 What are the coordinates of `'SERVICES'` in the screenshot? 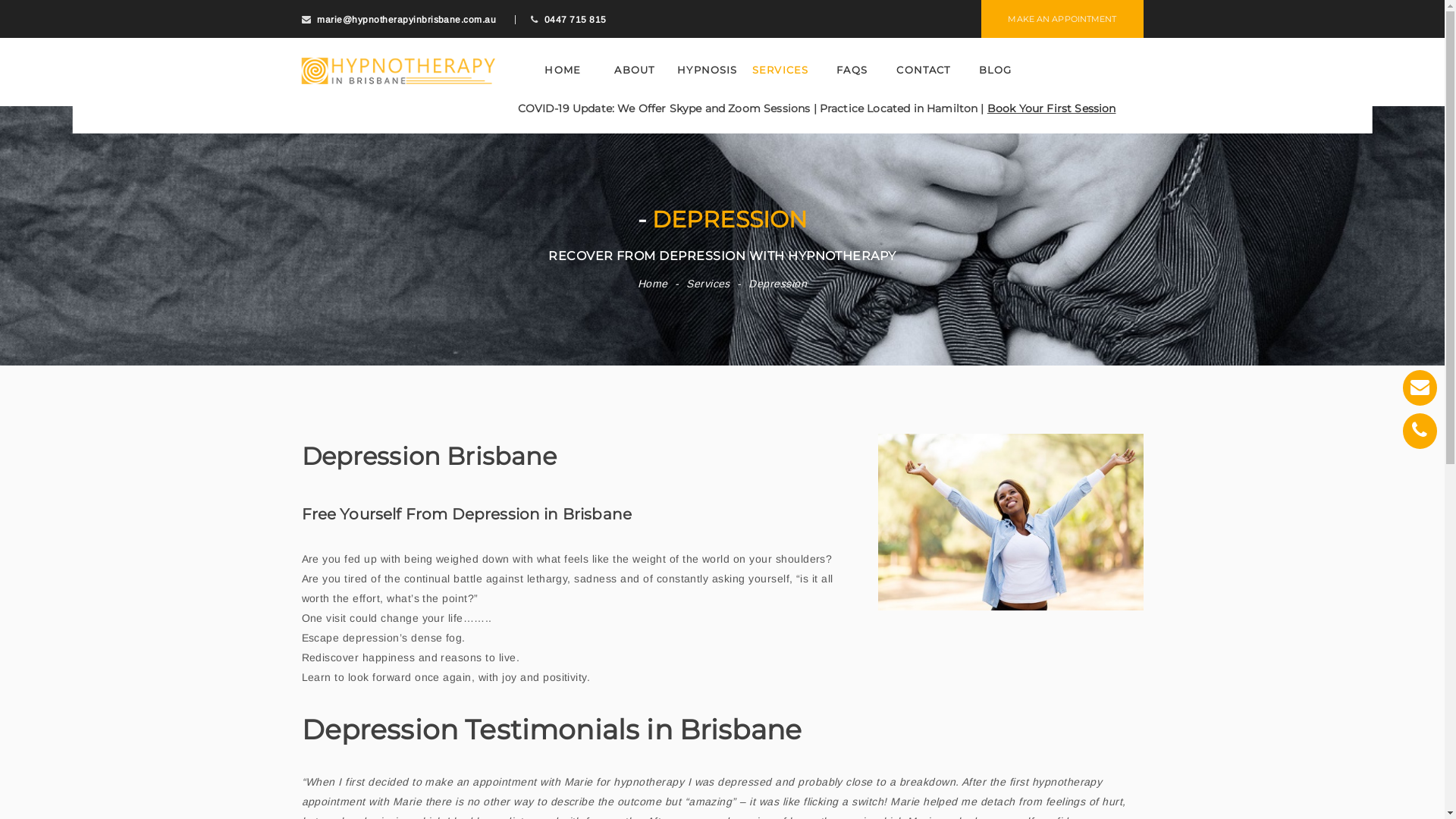 It's located at (745, 70).